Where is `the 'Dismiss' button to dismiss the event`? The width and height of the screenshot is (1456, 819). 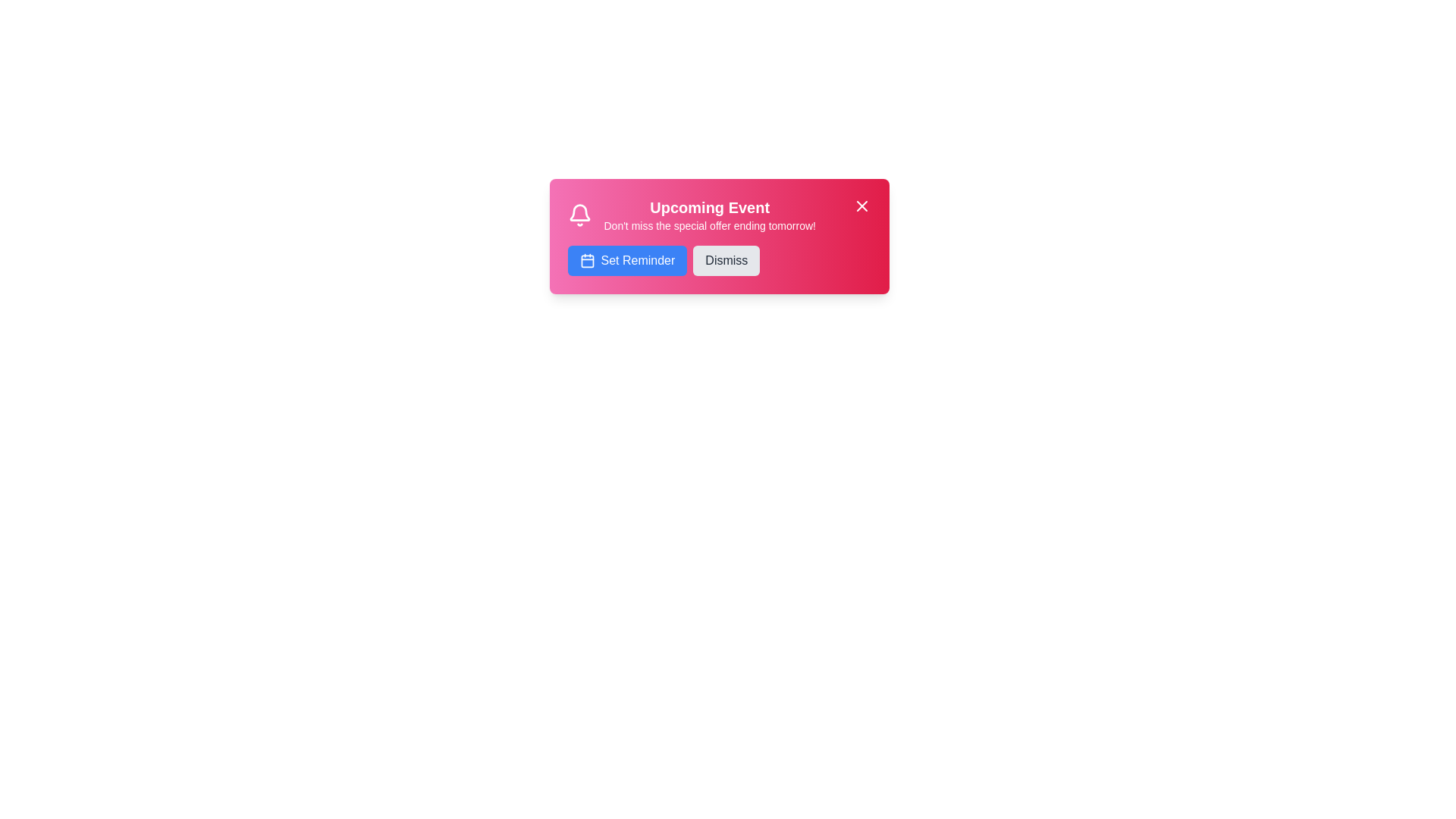 the 'Dismiss' button to dismiss the event is located at coordinates (726, 259).